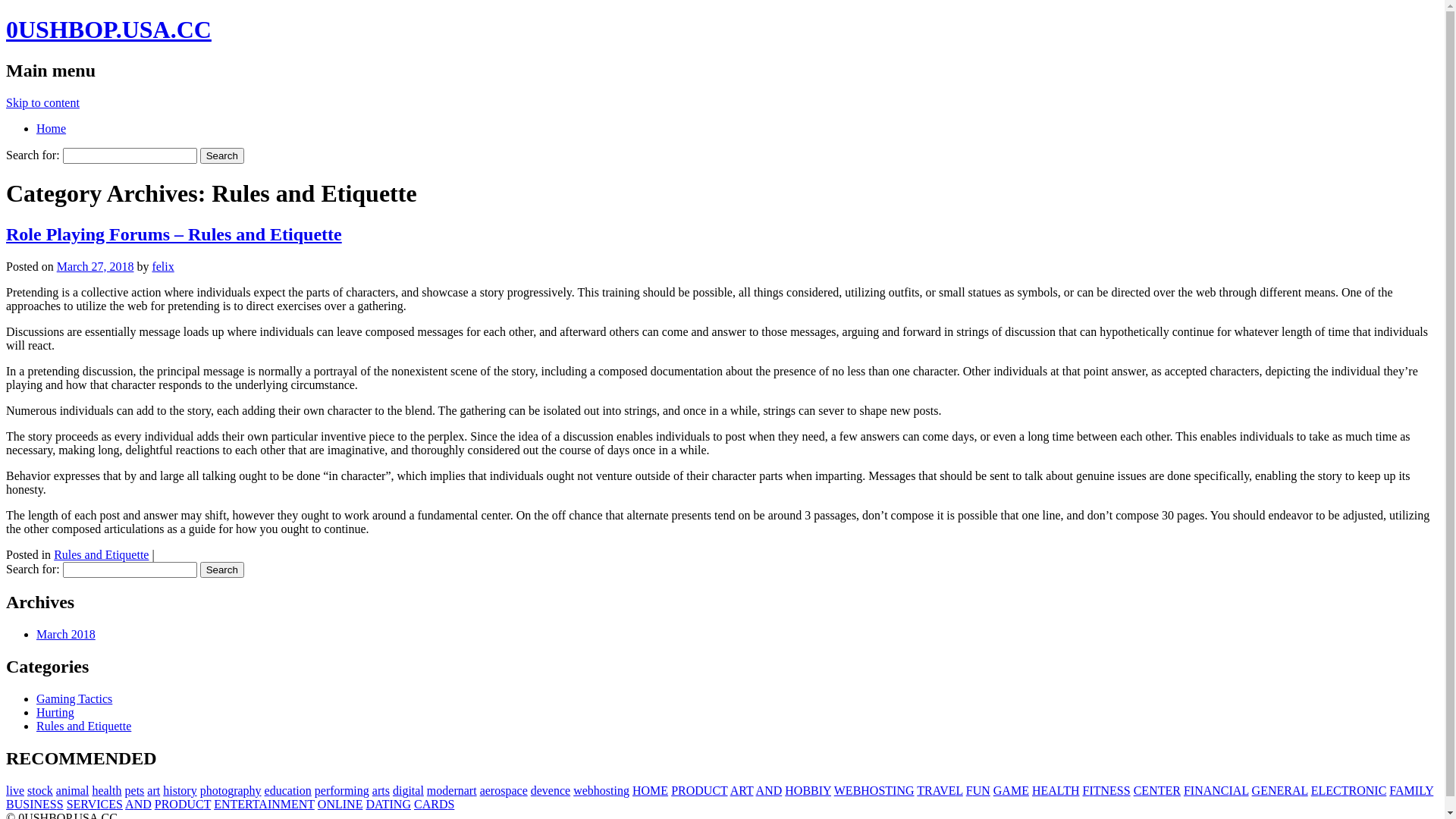 The image size is (1456, 819). What do you see at coordinates (396, 789) in the screenshot?
I see `'d'` at bounding box center [396, 789].